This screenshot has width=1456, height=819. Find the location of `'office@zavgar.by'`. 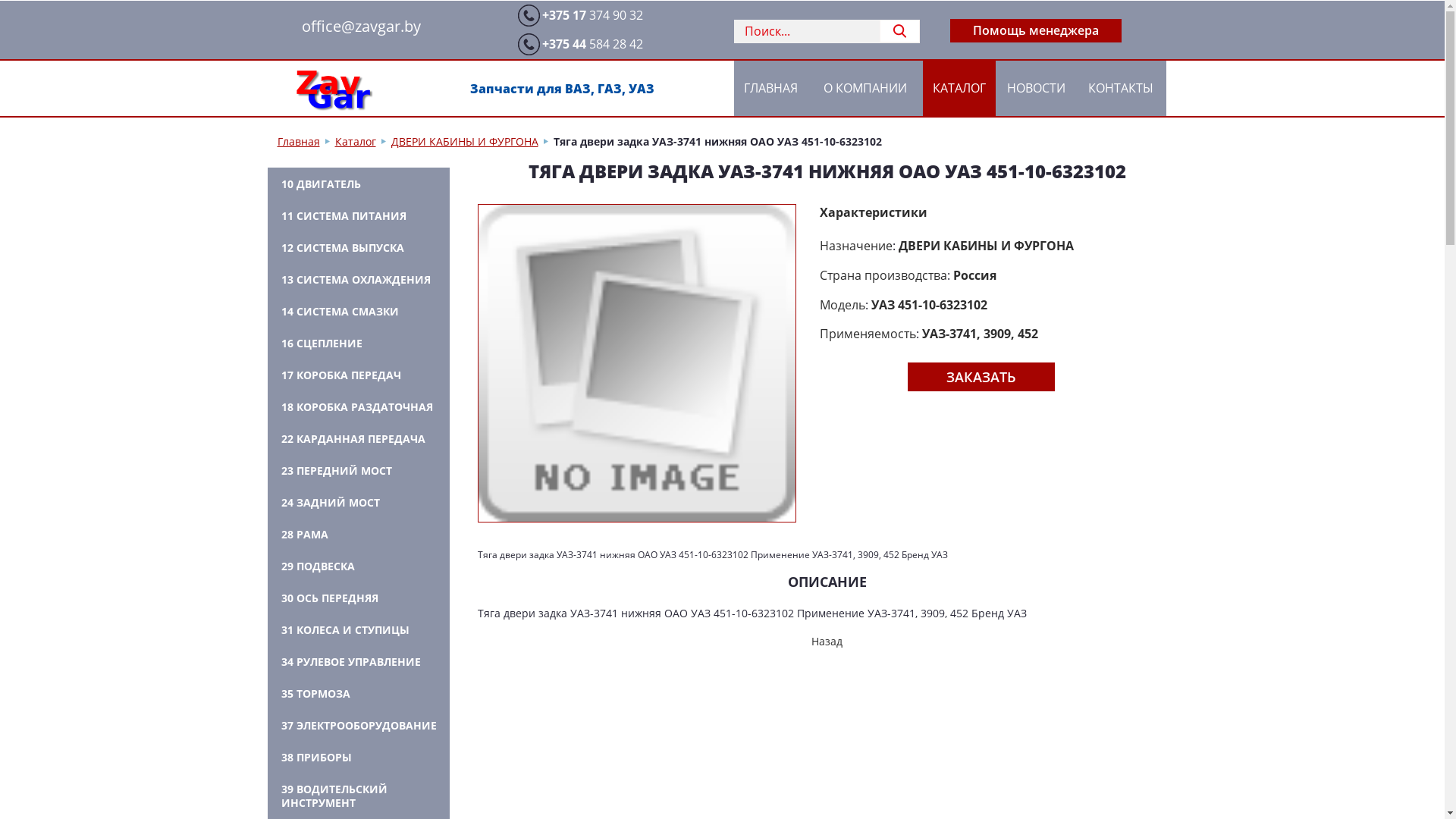

'office@zavgar.by' is located at coordinates (360, 26).